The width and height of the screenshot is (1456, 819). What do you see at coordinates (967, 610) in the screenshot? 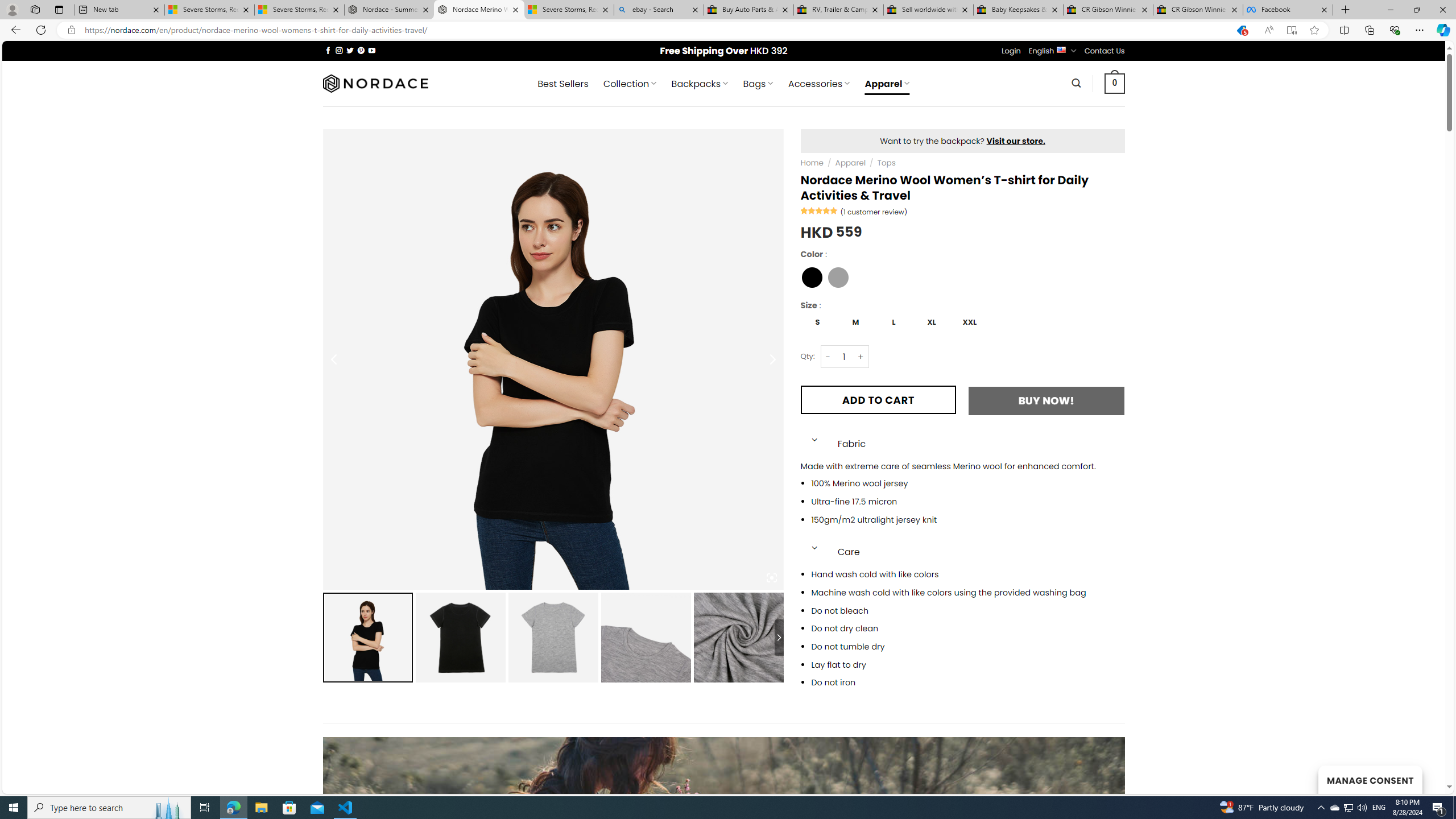
I see `'Do not bleach'` at bounding box center [967, 610].